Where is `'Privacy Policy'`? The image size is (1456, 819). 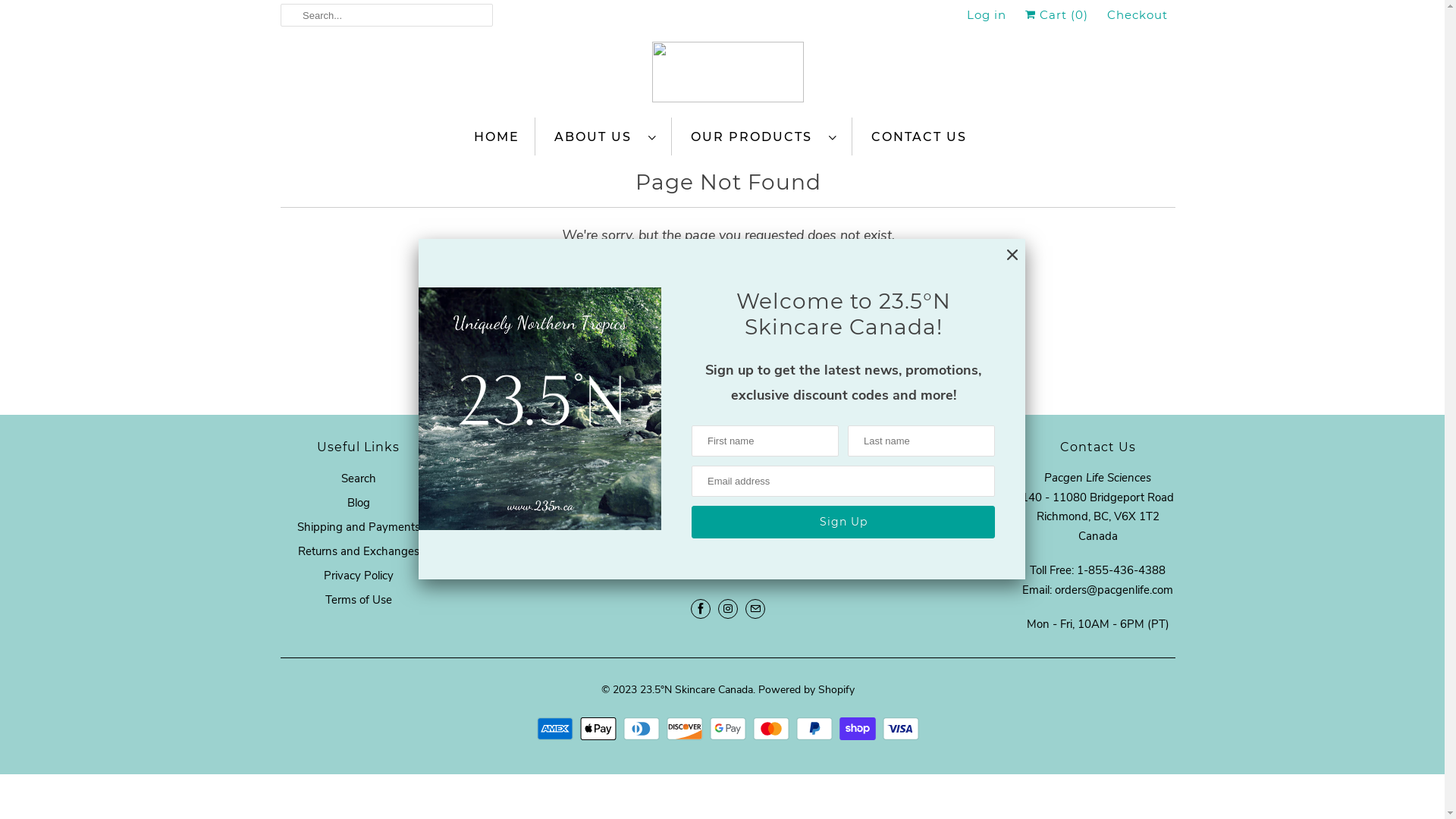 'Privacy Policy' is located at coordinates (356, 576).